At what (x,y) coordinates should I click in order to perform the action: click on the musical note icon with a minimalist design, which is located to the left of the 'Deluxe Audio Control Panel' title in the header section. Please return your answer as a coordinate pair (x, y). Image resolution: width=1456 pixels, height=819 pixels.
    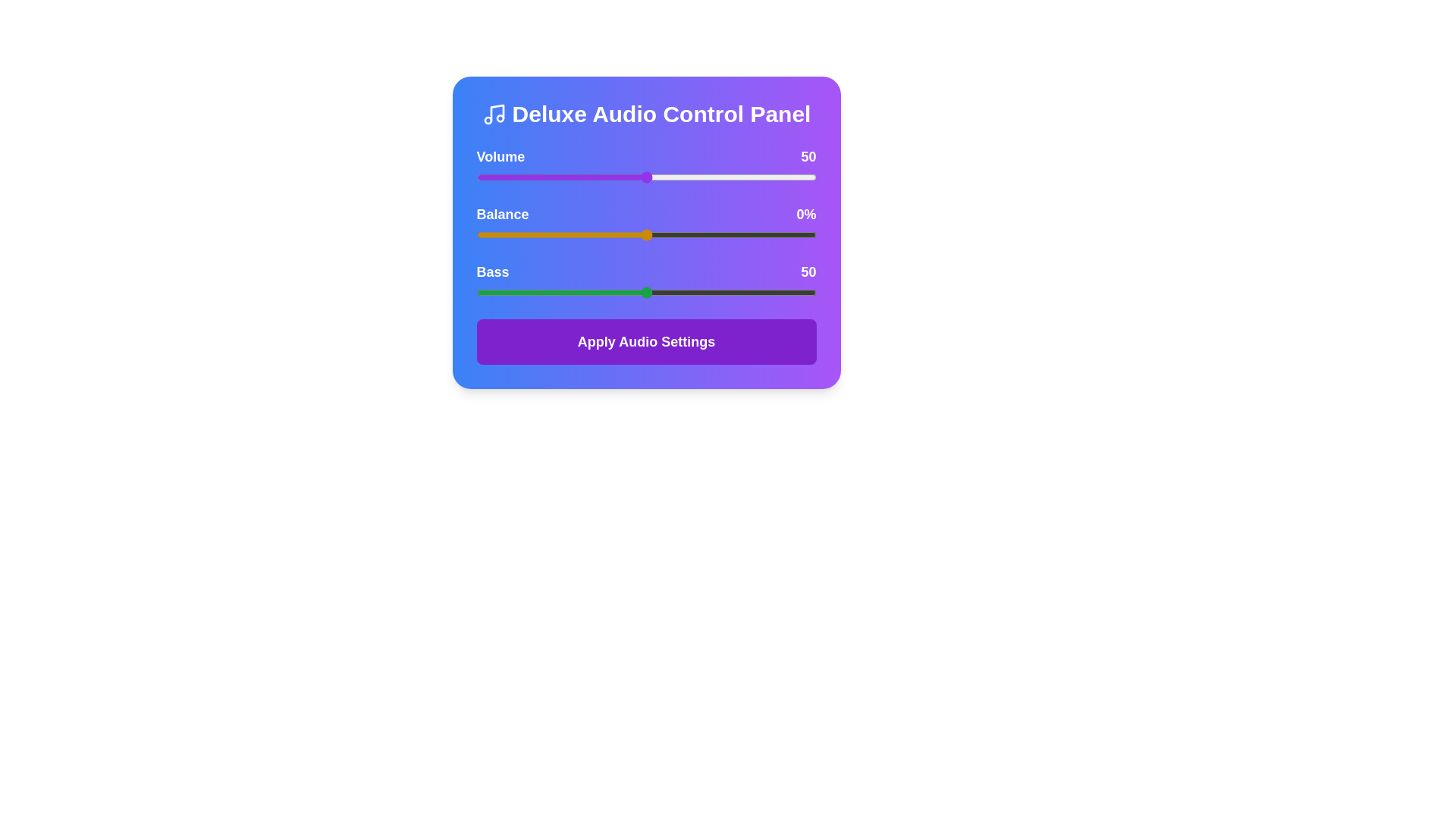
    Looking at the image, I should click on (494, 113).